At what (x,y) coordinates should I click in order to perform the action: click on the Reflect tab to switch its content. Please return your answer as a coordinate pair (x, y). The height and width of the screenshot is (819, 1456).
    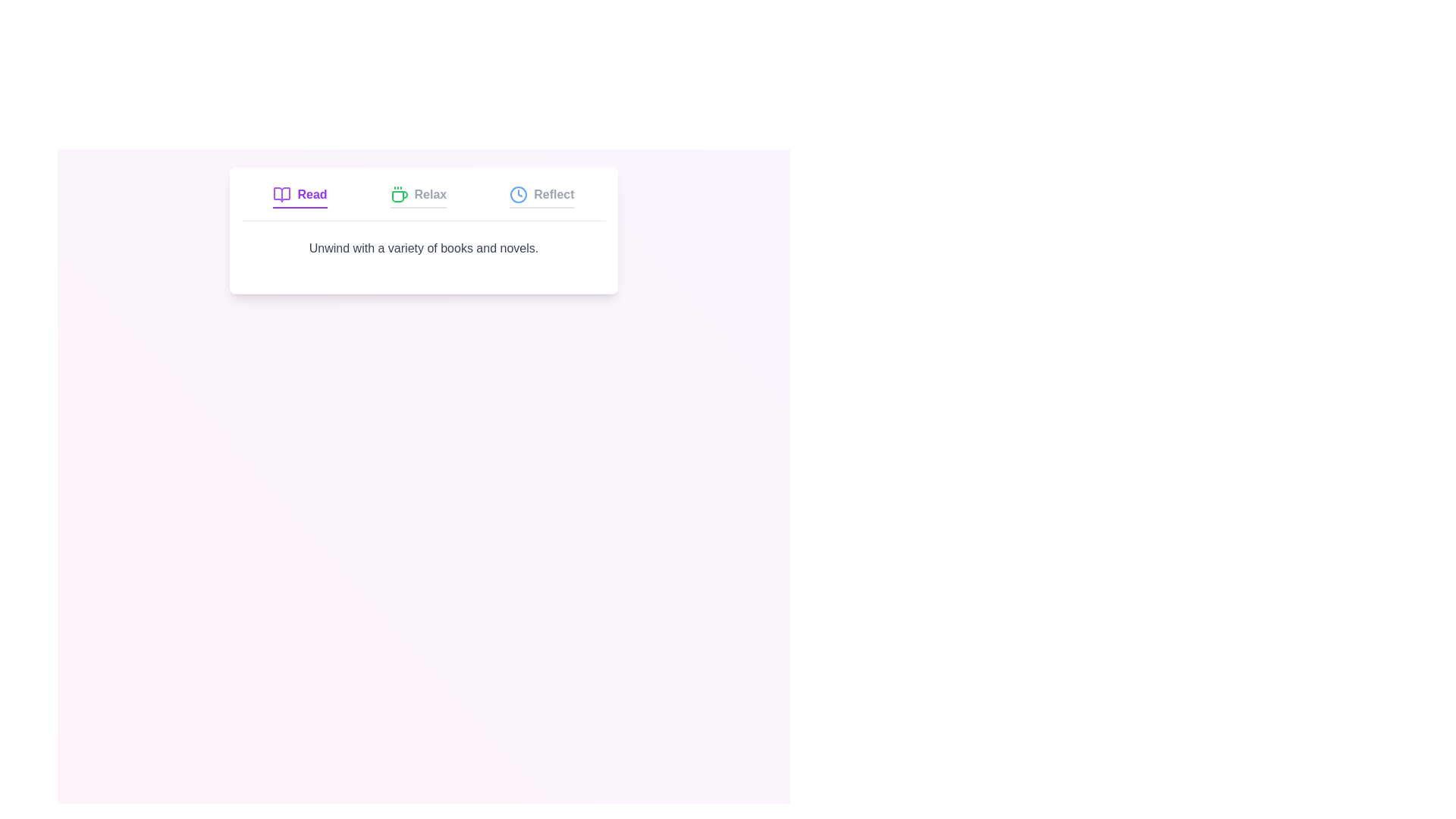
    Looking at the image, I should click on (541, 196).